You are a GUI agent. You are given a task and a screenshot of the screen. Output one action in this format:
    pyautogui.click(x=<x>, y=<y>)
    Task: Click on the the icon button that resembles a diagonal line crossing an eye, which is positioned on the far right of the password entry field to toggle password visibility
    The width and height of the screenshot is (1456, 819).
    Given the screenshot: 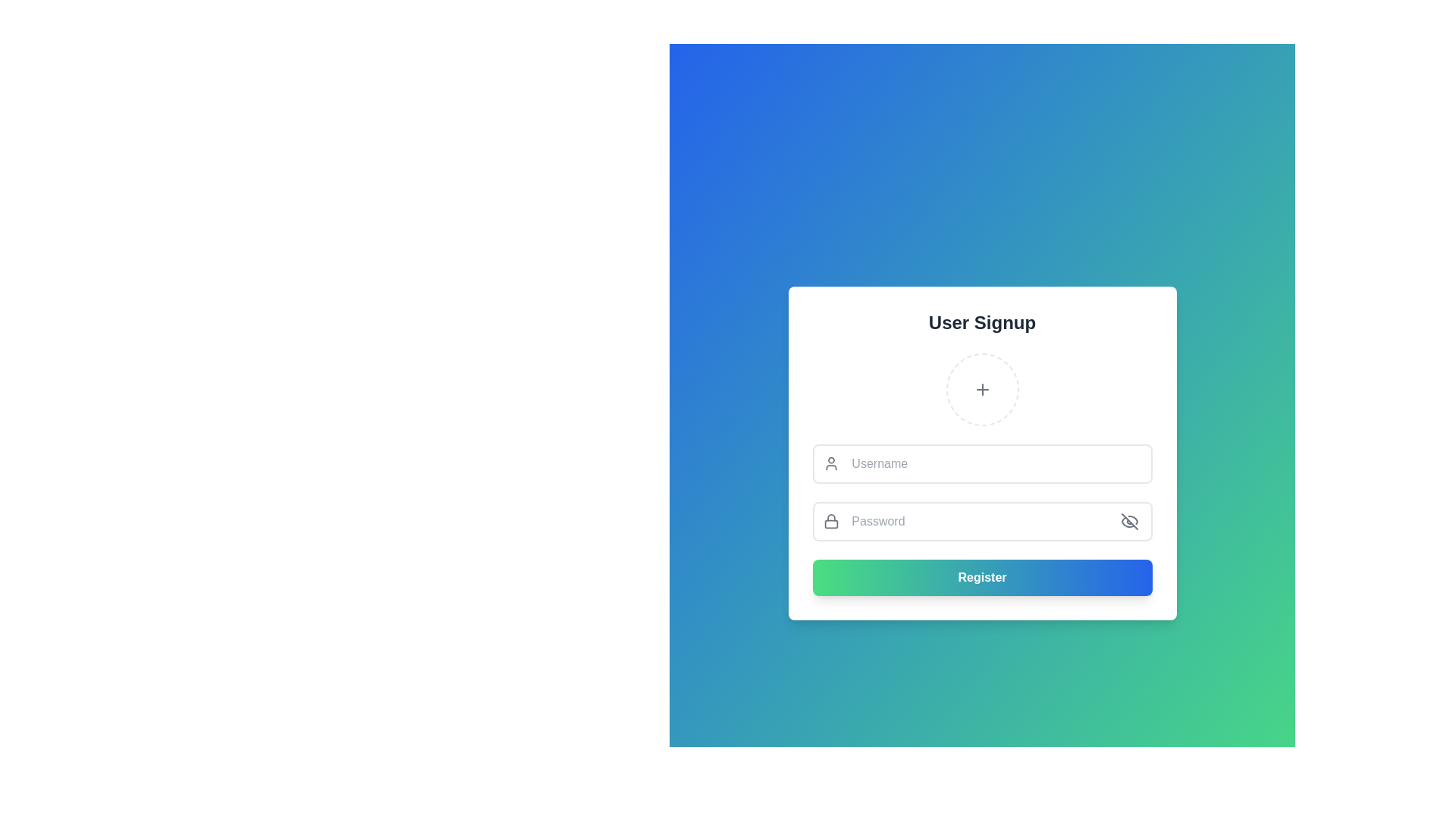 What is the action you would take?
    pyautogui.click(x=1129, y=520)
    